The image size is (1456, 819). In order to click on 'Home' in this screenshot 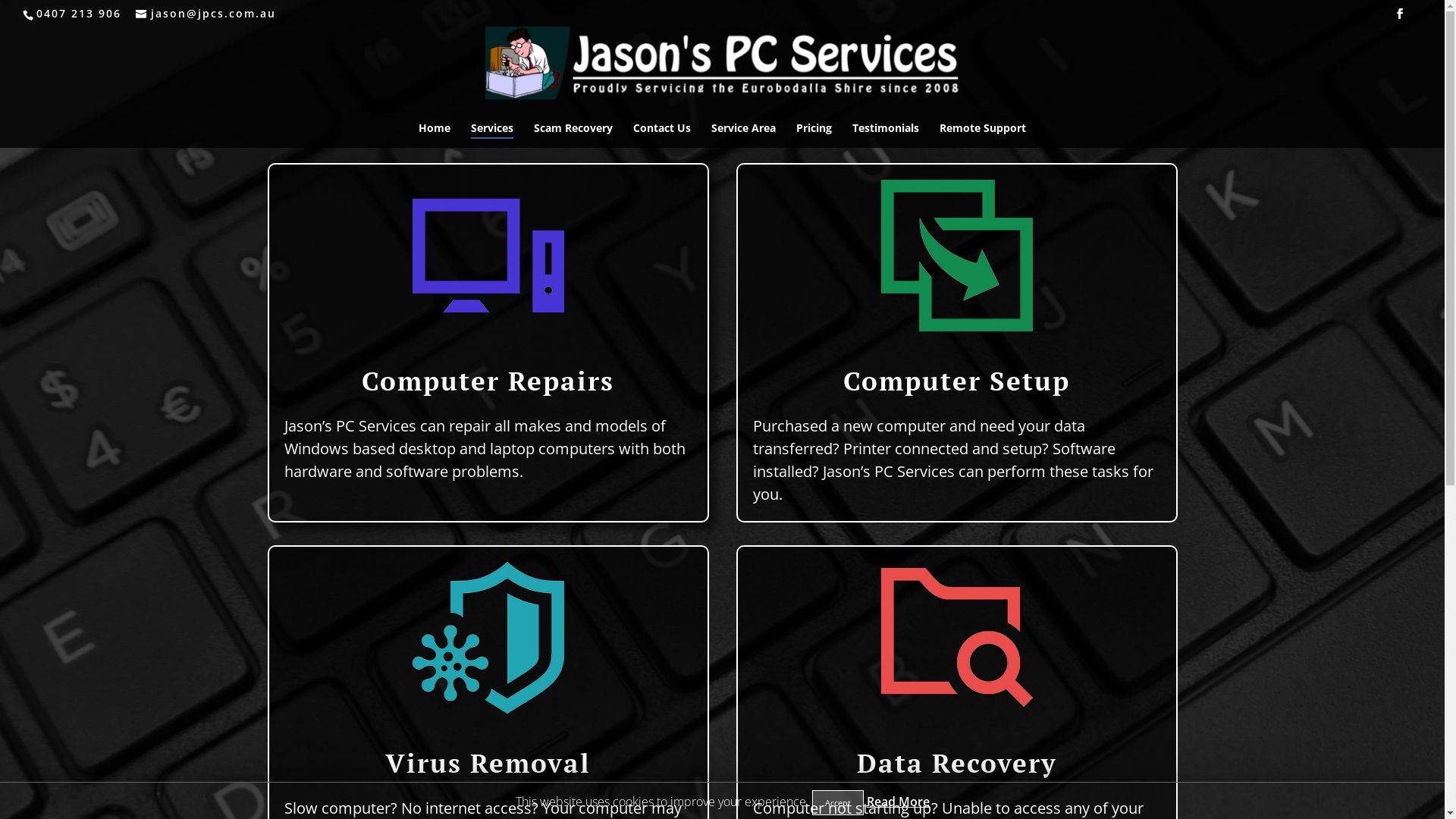, I will do `click(419, 133)`.